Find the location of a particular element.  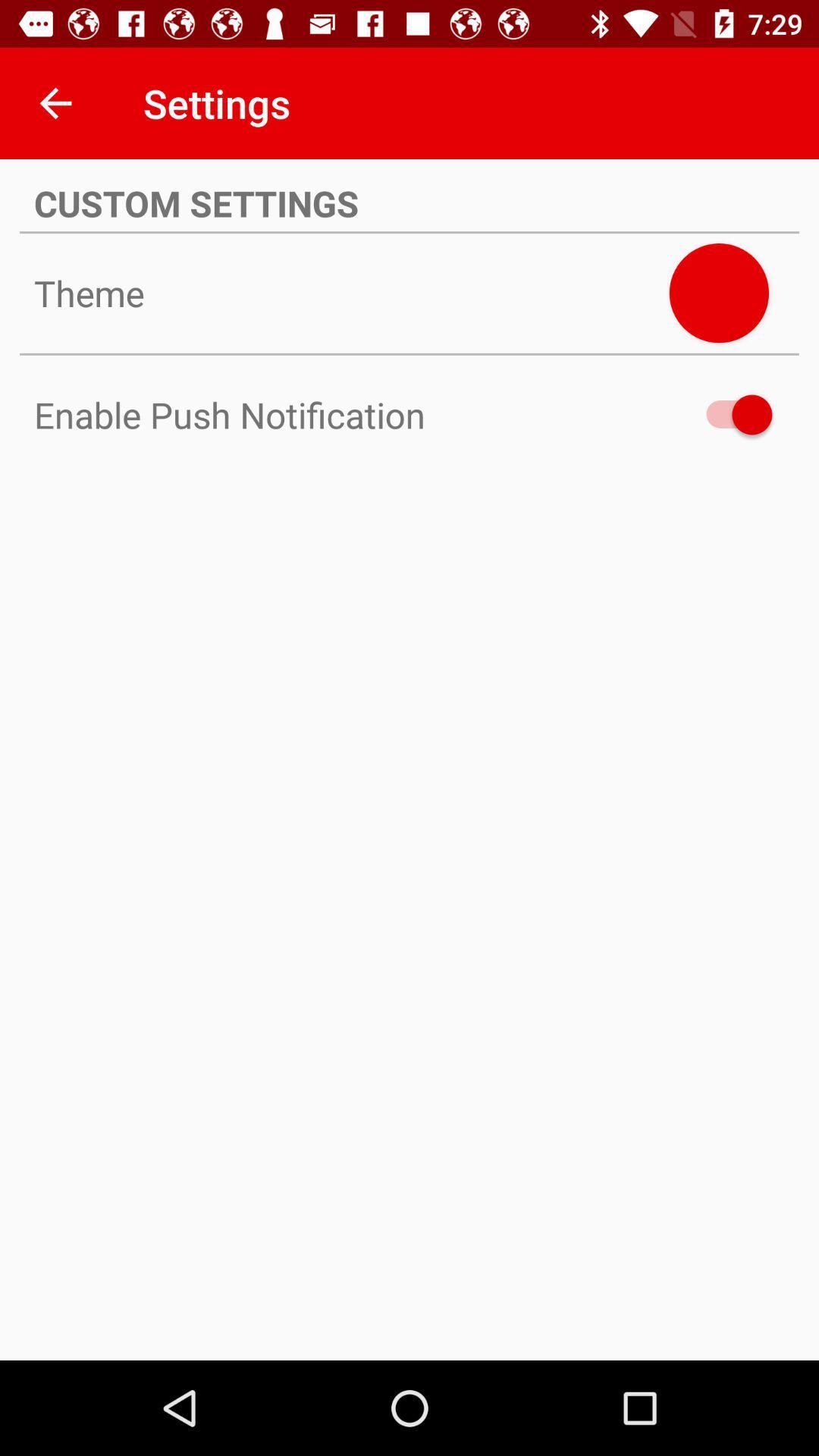

the icon to the right of the enable push notification is located at coordinates (731, 415).